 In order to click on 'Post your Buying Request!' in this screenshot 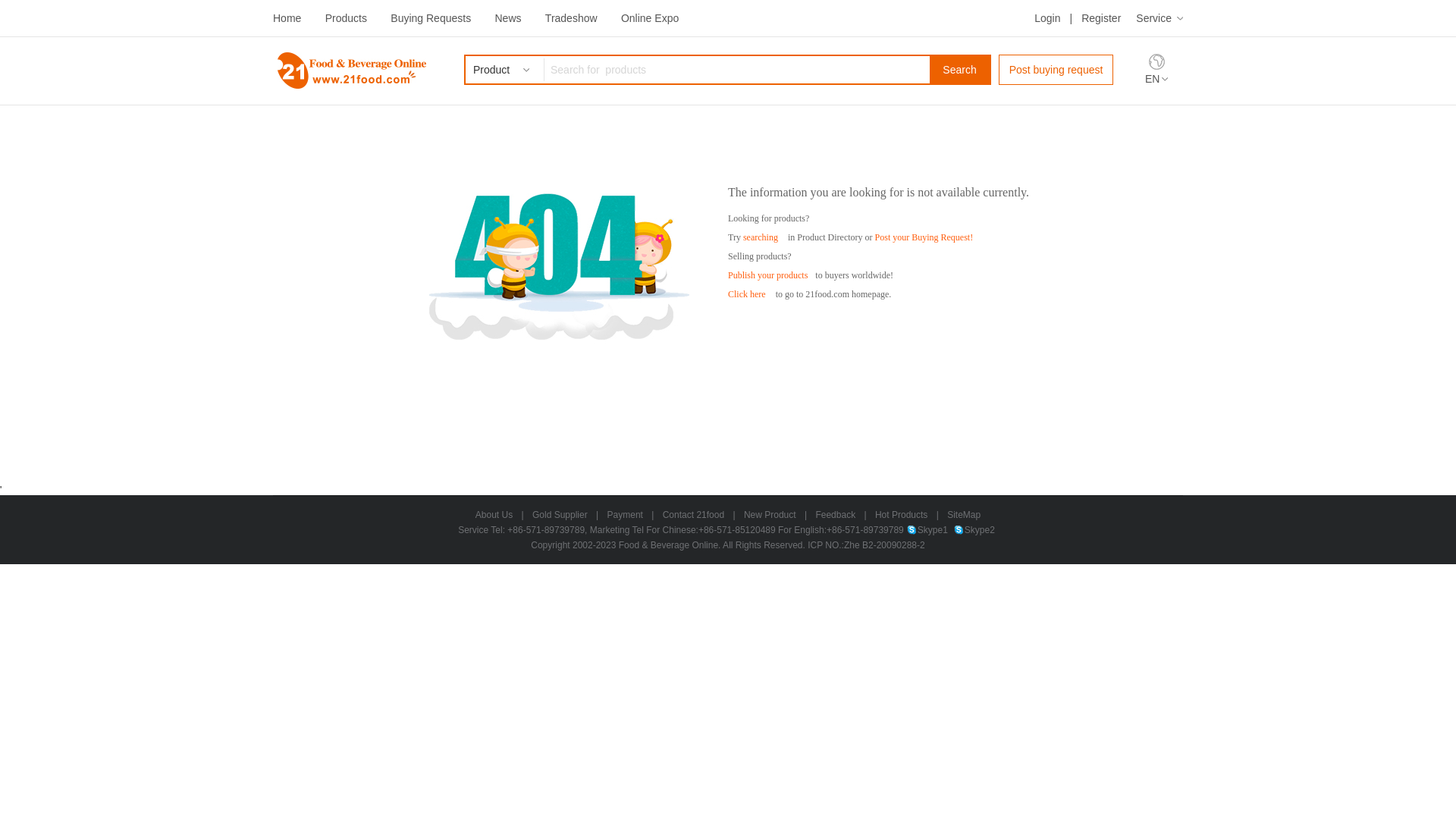, I will do `click(874, 237)`.